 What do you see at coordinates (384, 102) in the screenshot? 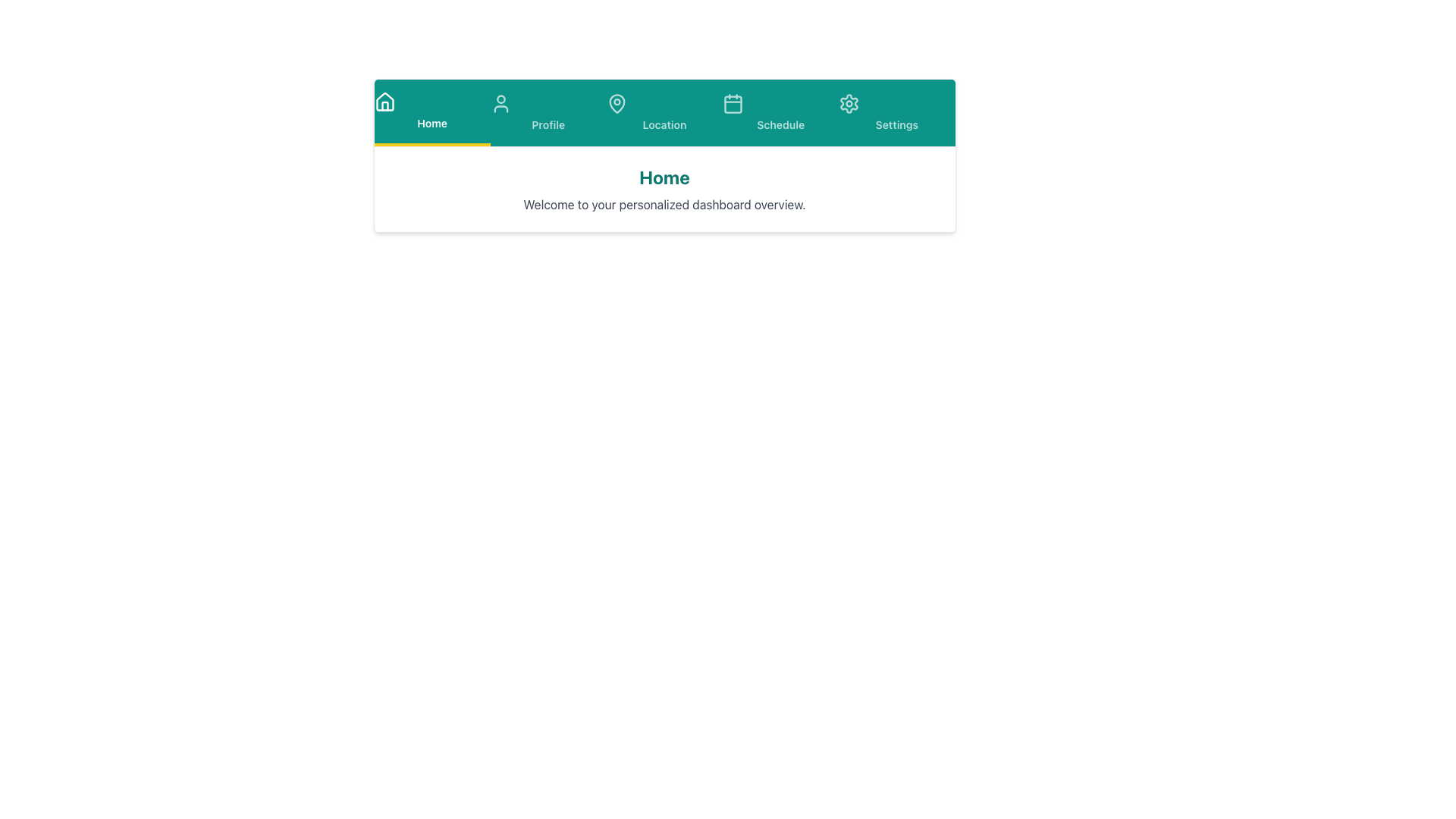
I see `the first icon on the left in the navbar` at bounding box center [384, 102].